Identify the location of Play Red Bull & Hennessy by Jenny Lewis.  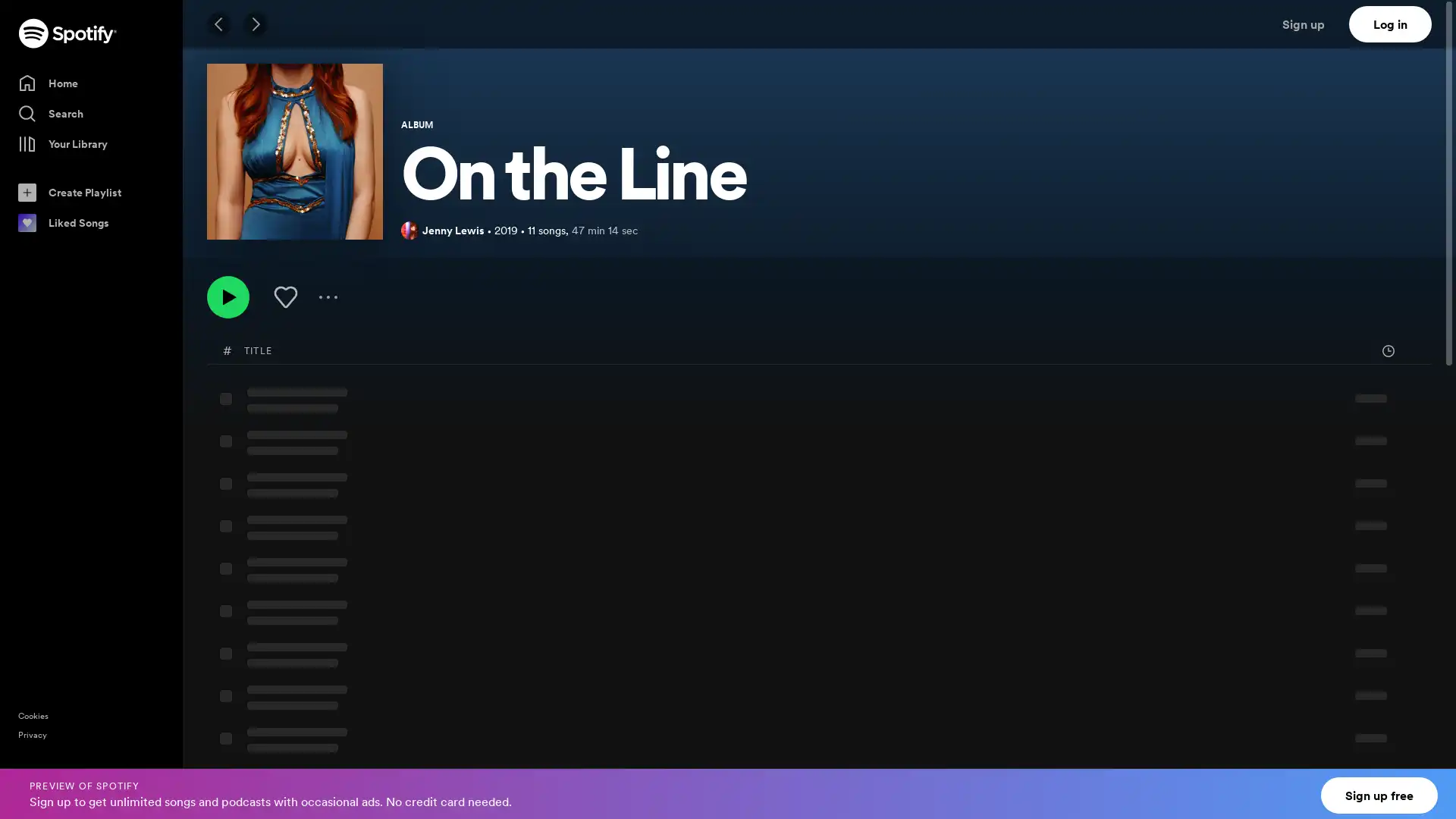
(225, 483).